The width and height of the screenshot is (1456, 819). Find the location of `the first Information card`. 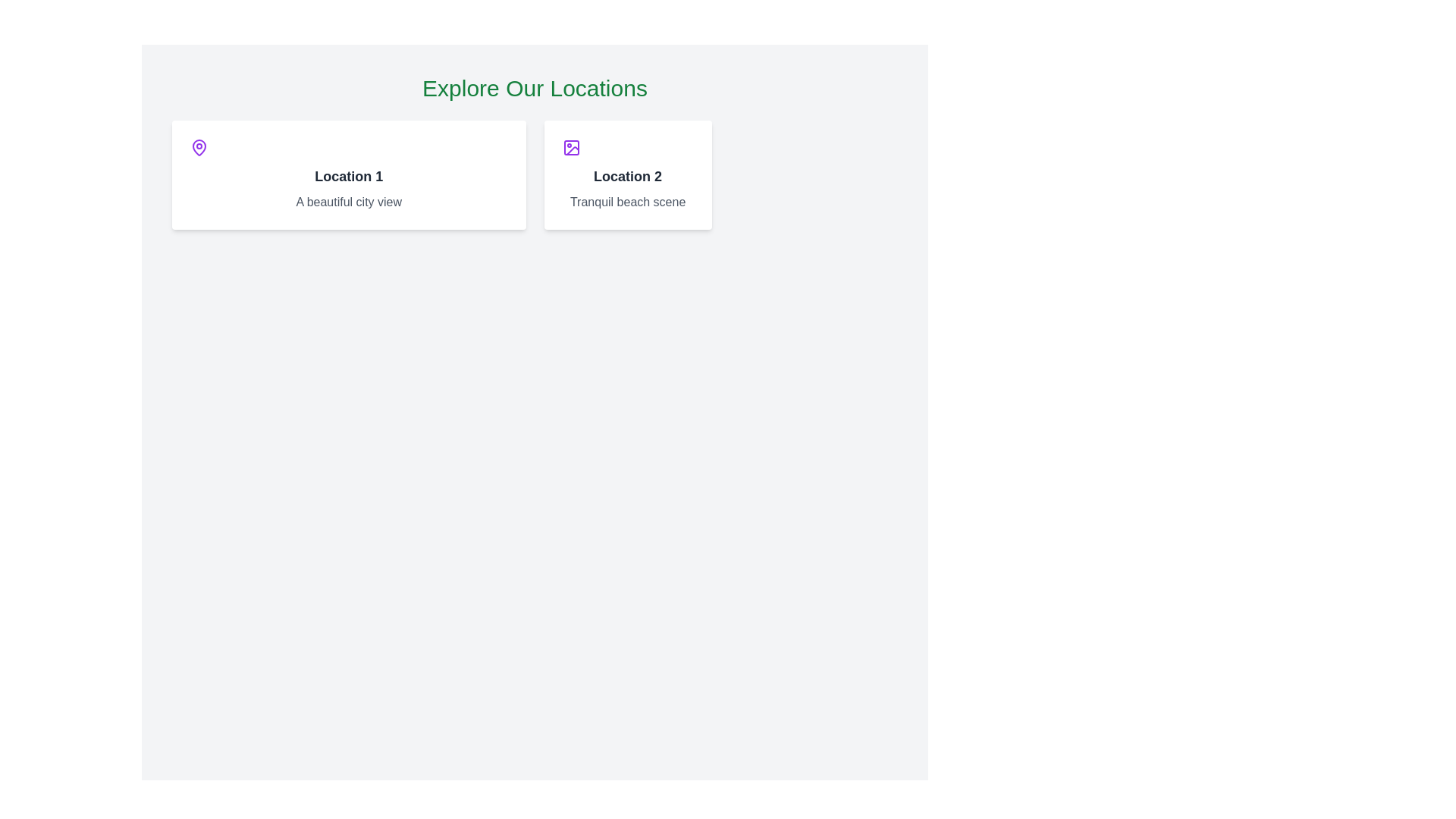

the first Information card is located at coordinates (348, 174).